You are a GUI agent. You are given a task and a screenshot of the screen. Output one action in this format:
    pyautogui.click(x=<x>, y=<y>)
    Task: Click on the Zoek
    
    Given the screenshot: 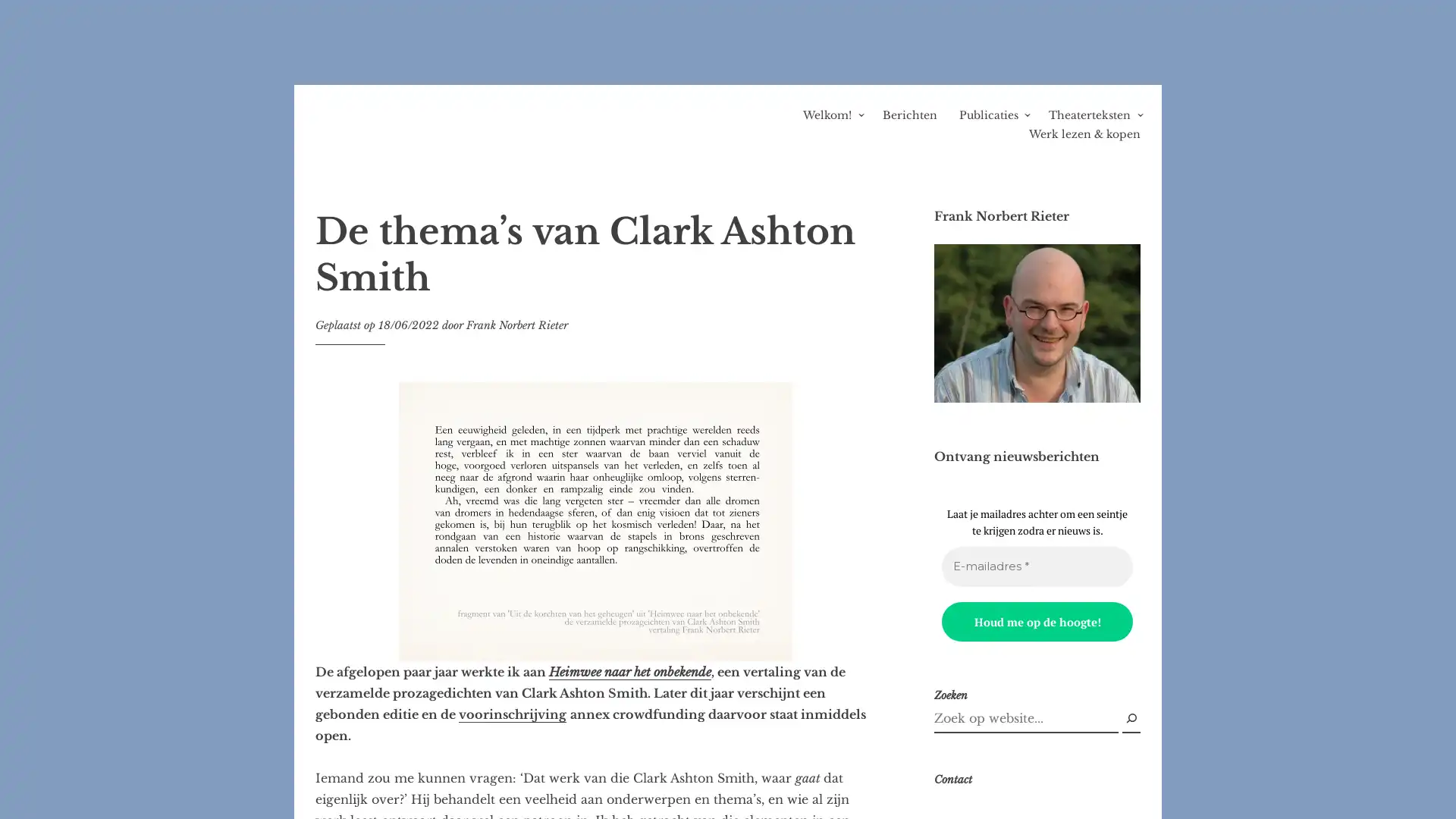 What is the action you would take?
    pyautogui.click(x=1131, y=717)
    